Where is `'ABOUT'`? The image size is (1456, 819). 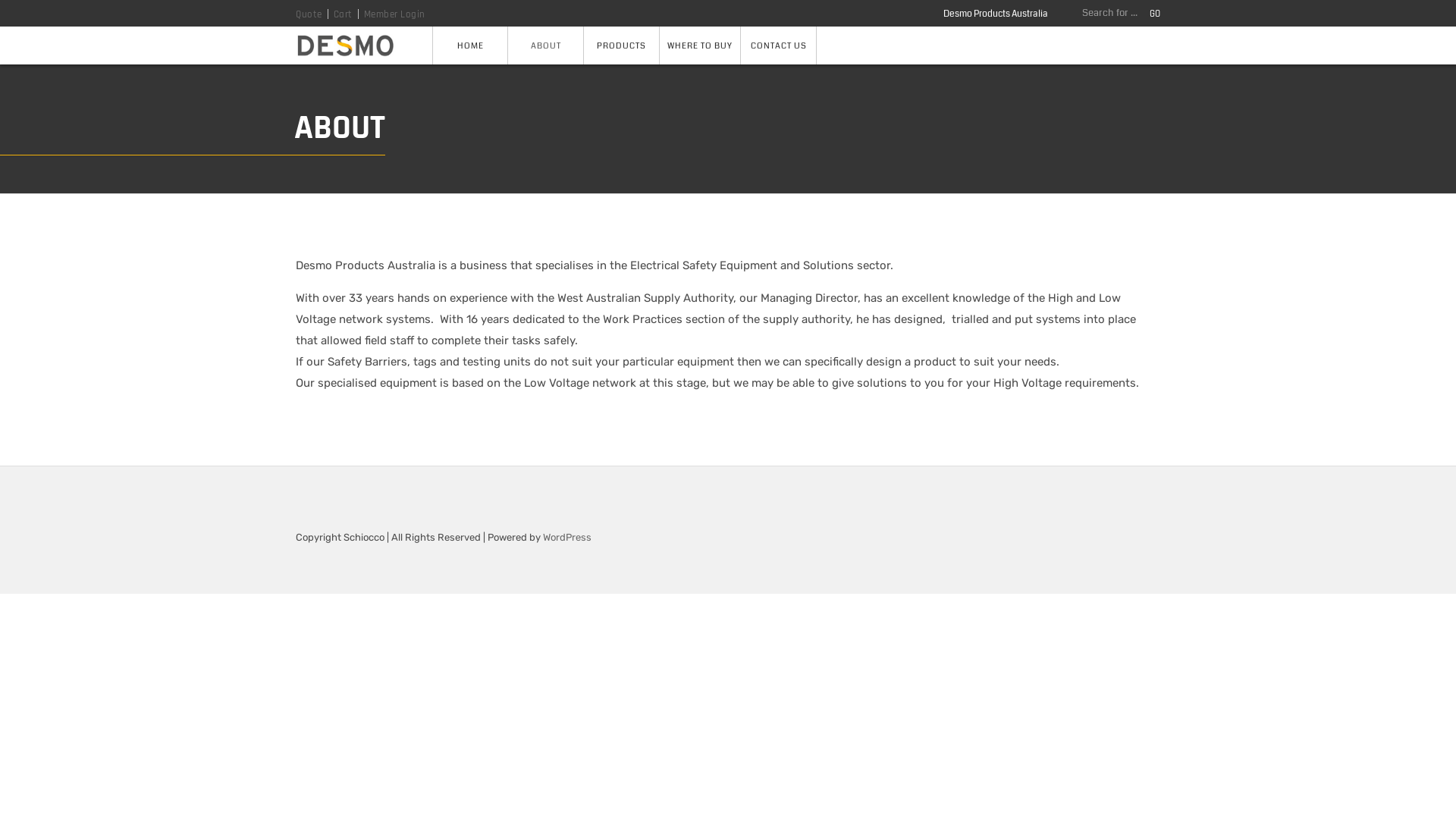
'ABOUT' is located at coordinates (546, 45).